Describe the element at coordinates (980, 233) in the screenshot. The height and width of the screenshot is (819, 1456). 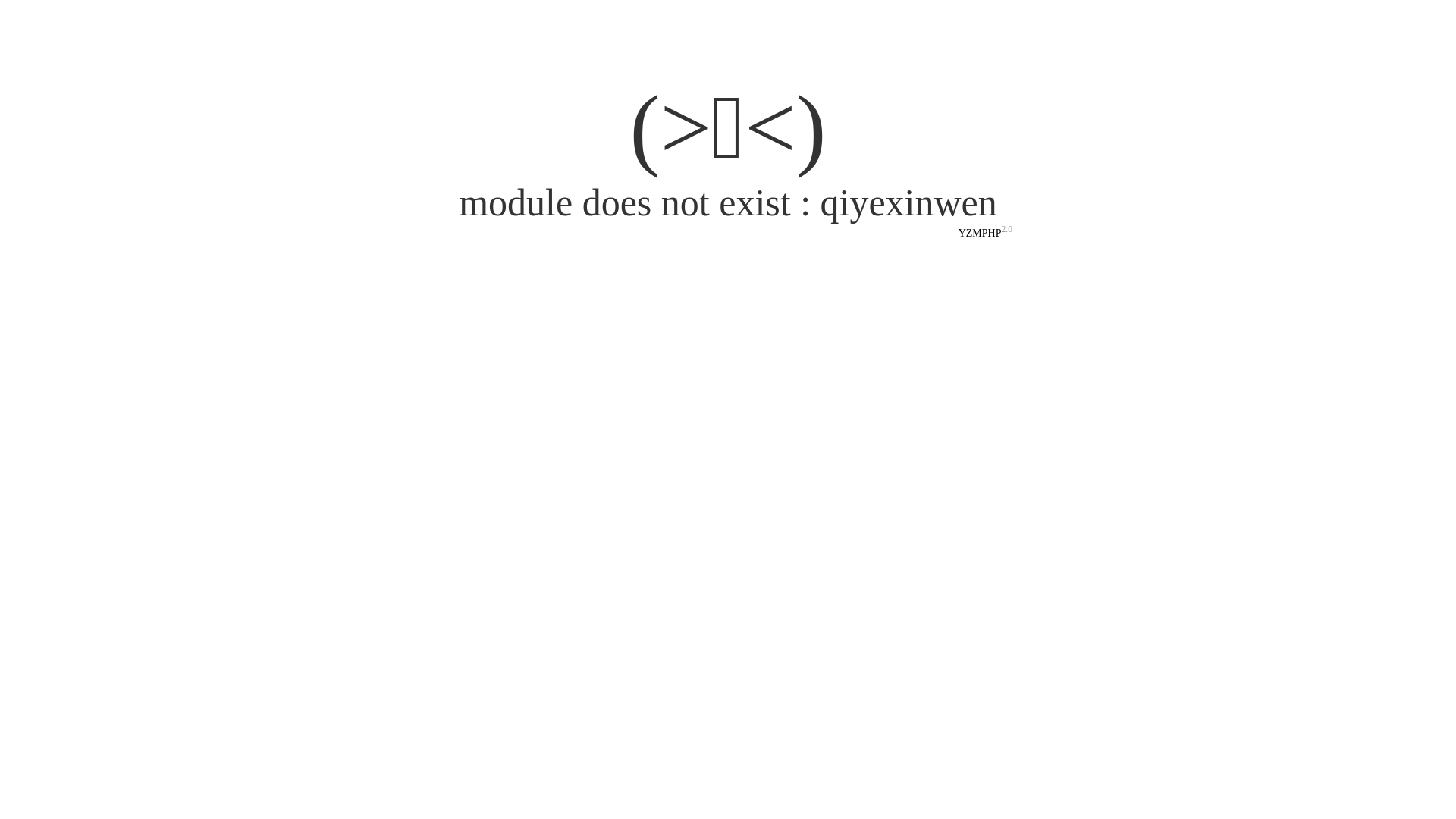
I see `'YZMPHP'` at that location.